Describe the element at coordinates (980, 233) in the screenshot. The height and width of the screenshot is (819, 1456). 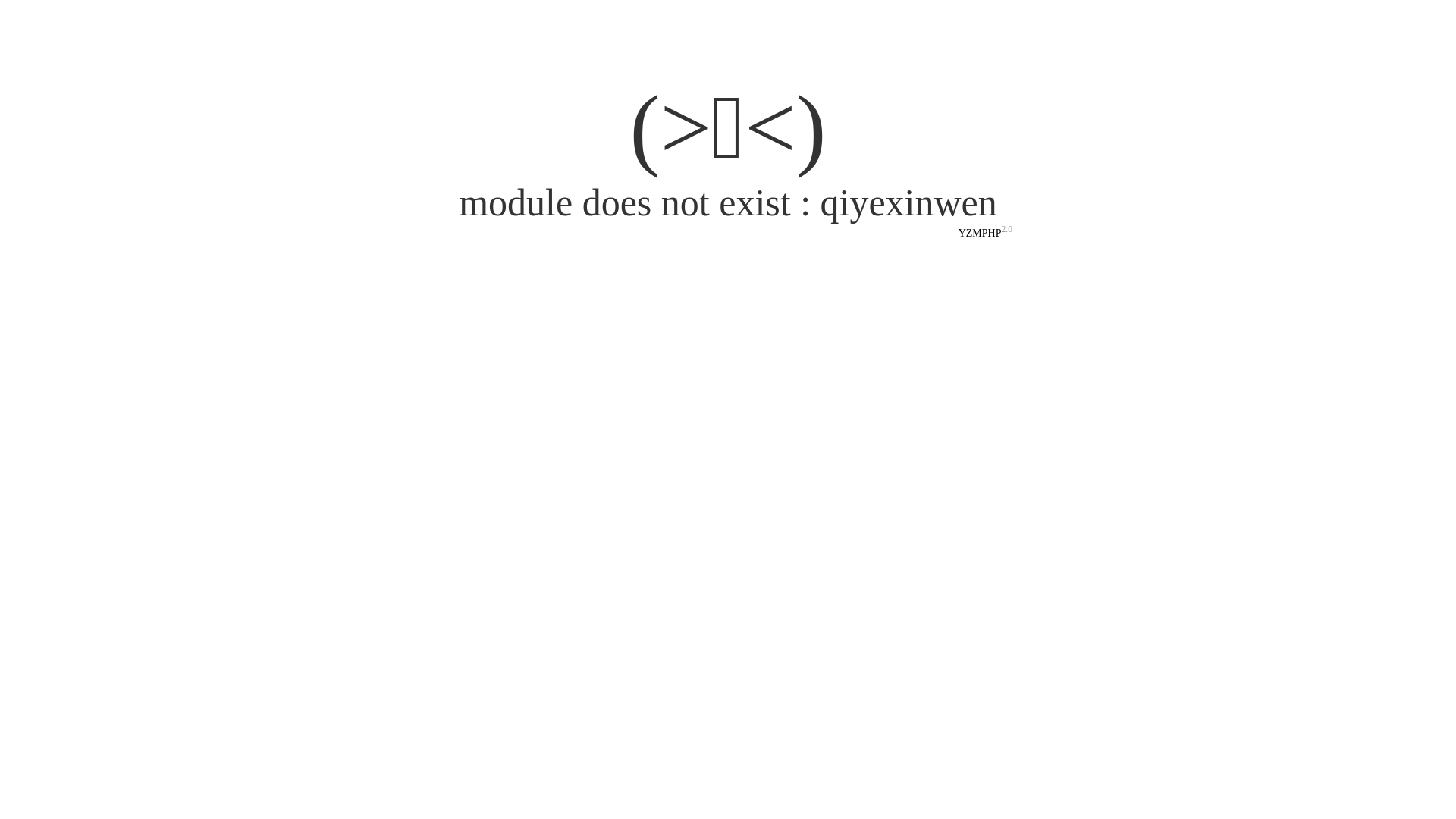
I see `'YZMPHP'` at that location.